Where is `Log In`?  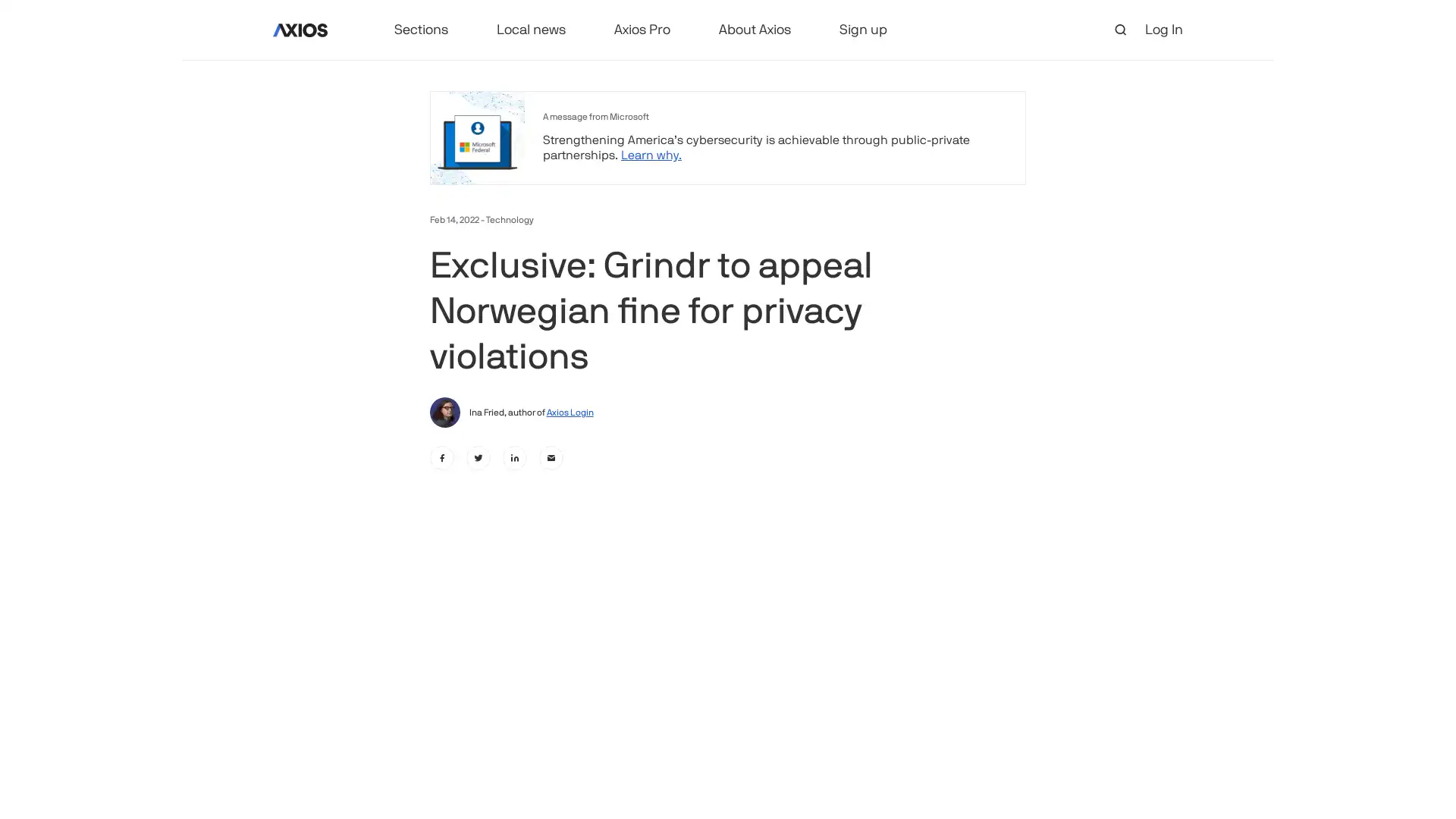
Log In is located at coordinates (1163, 29).